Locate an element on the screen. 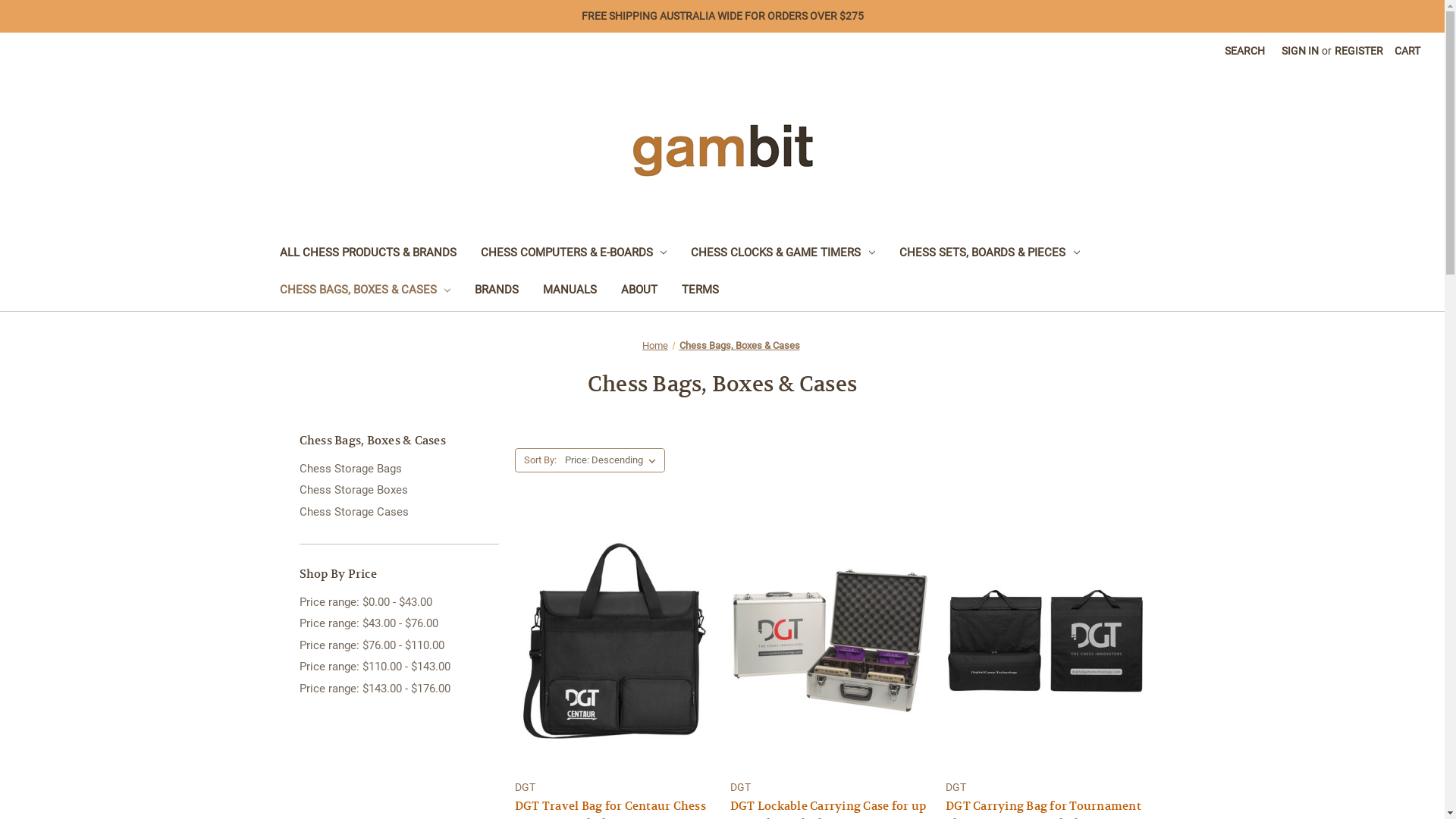  'BRANDS' is located at coordinates (496, 291).